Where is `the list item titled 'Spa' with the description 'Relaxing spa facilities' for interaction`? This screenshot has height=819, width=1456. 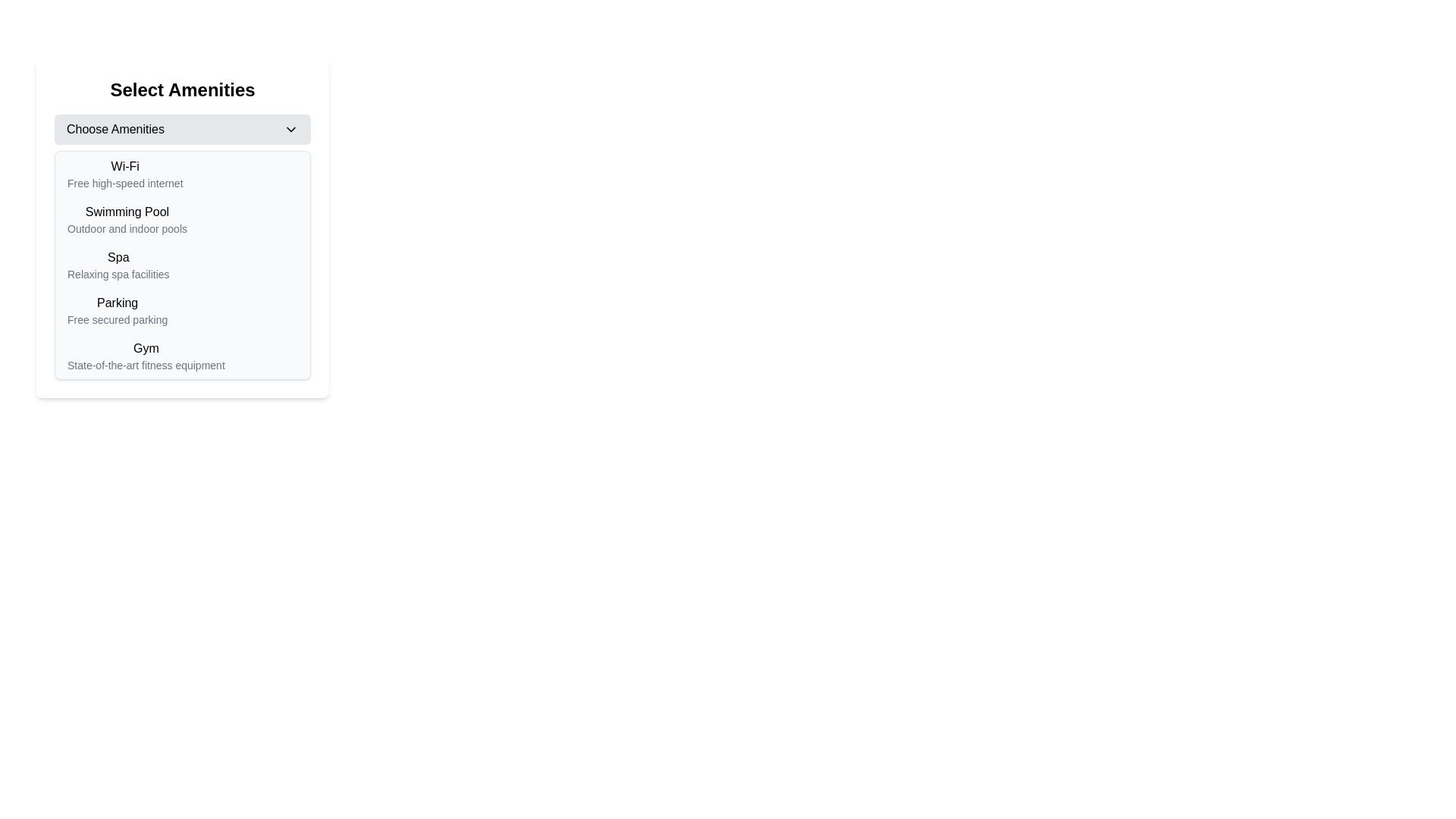 the list item titled 'Spa' with the description 'Relaxing spa facilities' for interaction is located at coordinates (182, 265).